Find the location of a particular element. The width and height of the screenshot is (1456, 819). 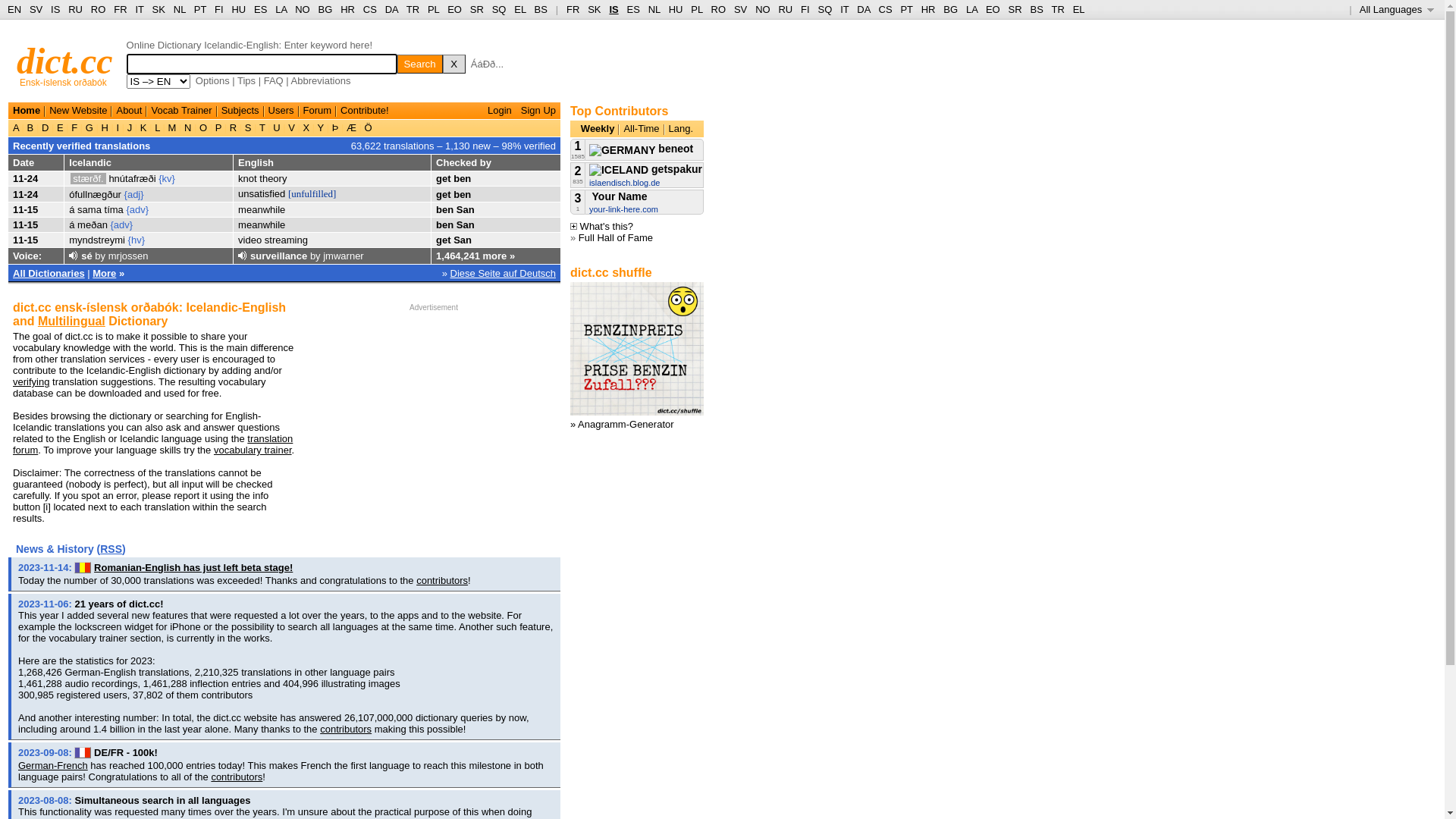

'J' is located at coordinates (130, 127).